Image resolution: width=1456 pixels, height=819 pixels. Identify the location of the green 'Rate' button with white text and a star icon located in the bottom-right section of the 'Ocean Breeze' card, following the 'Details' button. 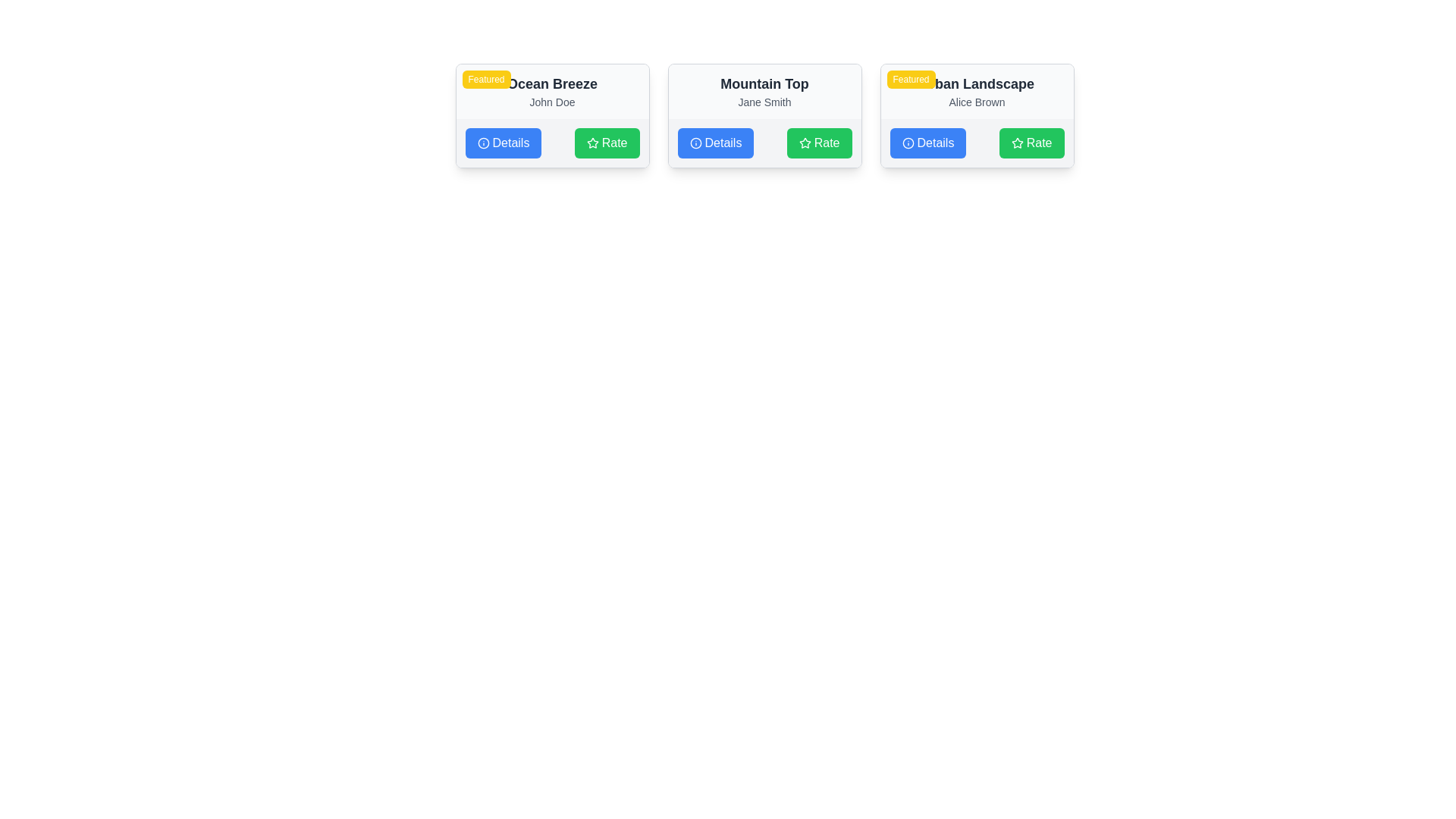
(607, 143).